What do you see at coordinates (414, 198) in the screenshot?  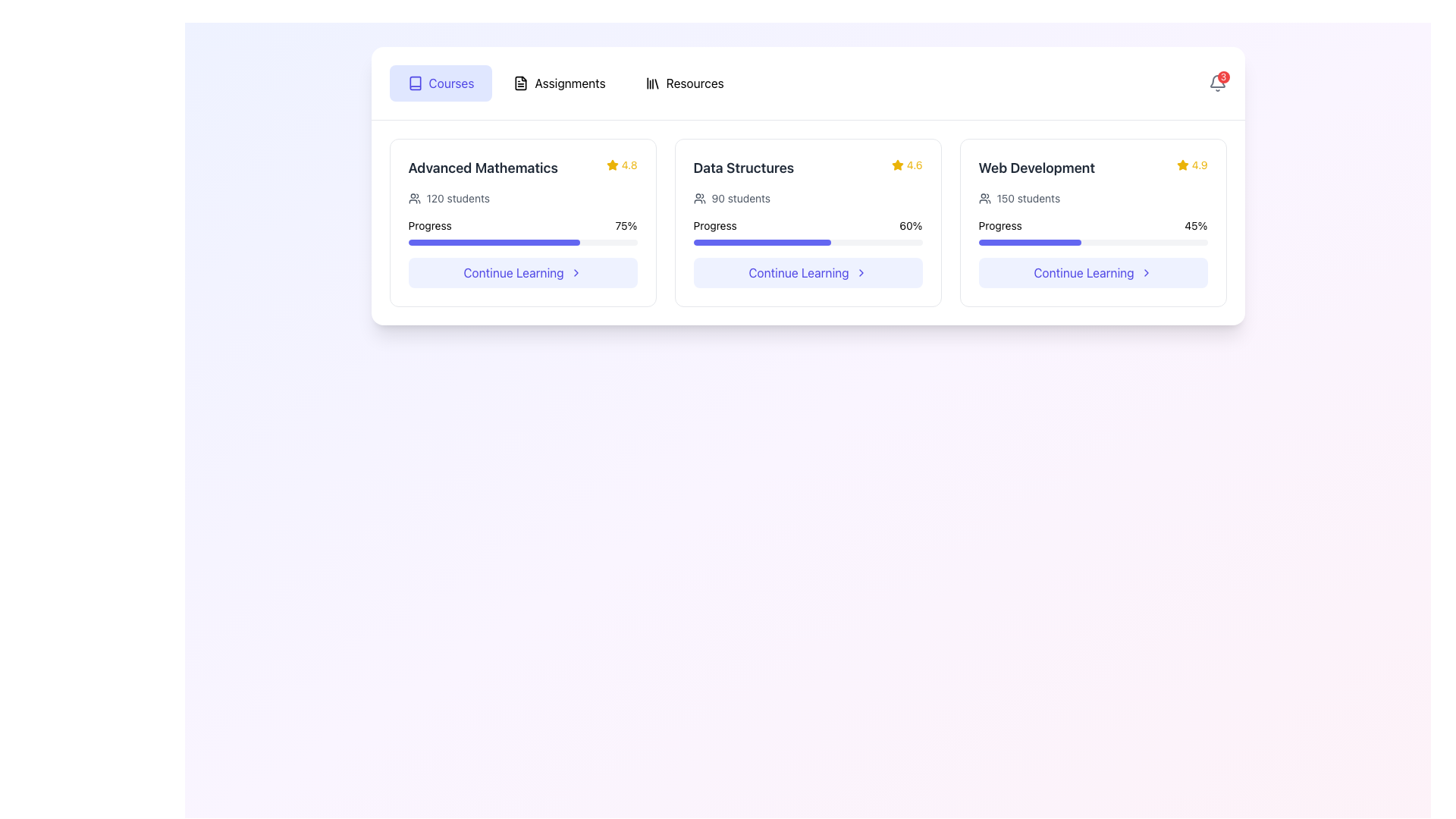 I see `the icon representing a group of students next to the '120 students' text label in the top-left corner of the 'Advanced Mathematics' course section` at bounding box center [414, 198].